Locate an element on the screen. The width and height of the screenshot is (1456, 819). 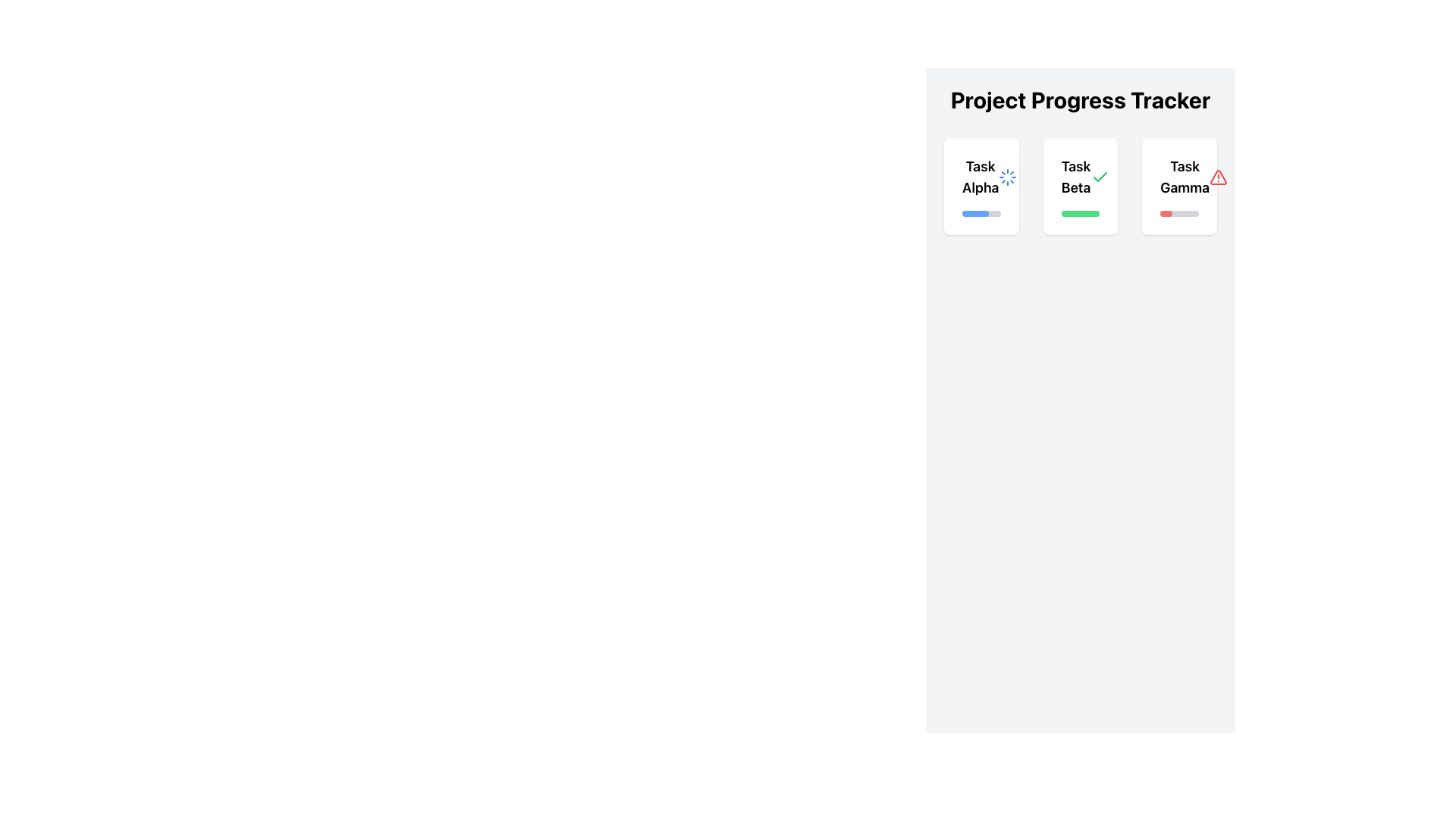
the middle task card labeled 'Task Beta' in the grid layout under the header 'Project Progress Tracker' is located at coordinates (1080, 186).